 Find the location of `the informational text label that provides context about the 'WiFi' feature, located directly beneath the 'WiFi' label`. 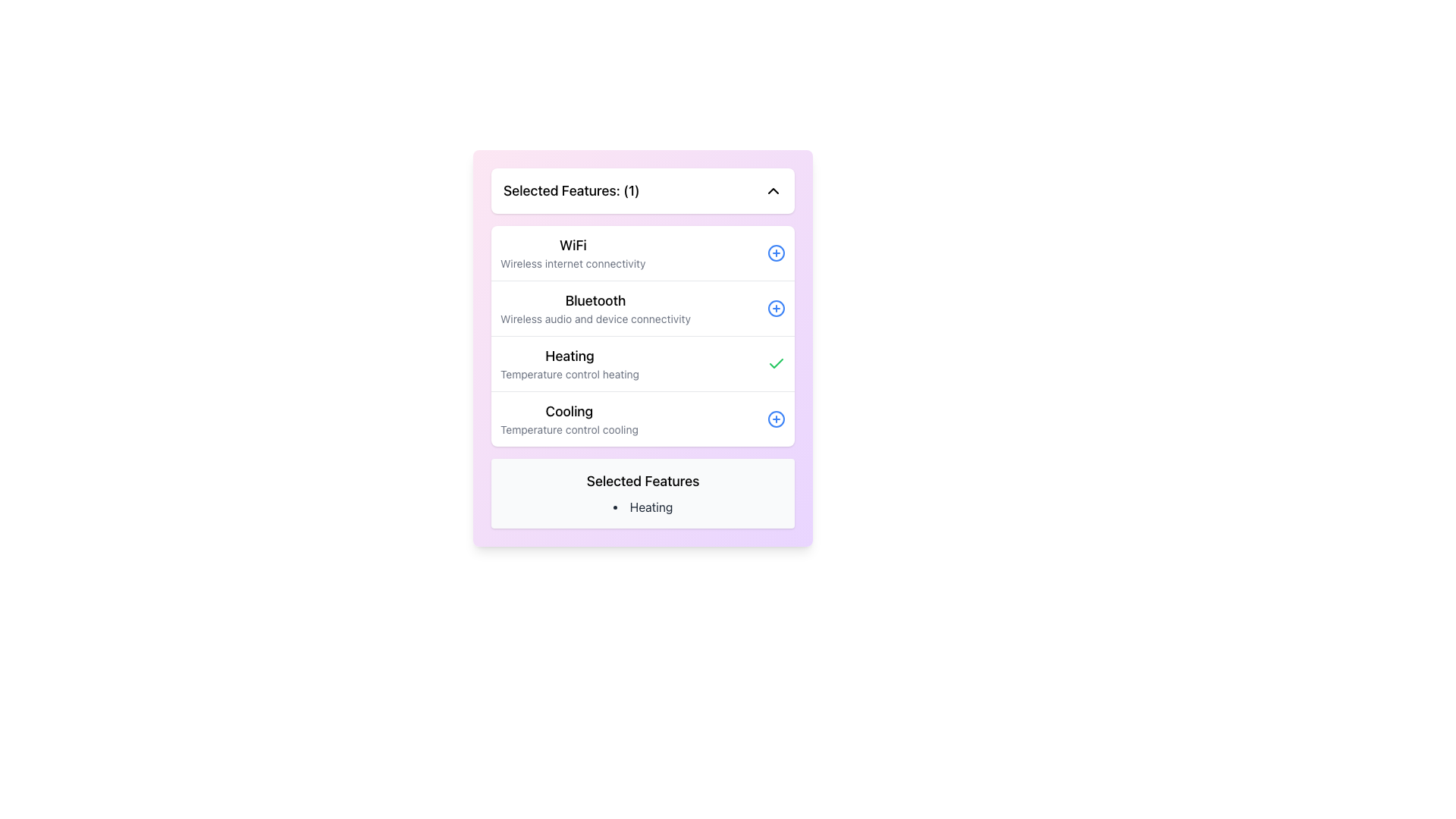

the informational text label that provides context about the 'WiFi' feature, located directly beneath the 'WiFi' label is located at coordinates (572, 262).